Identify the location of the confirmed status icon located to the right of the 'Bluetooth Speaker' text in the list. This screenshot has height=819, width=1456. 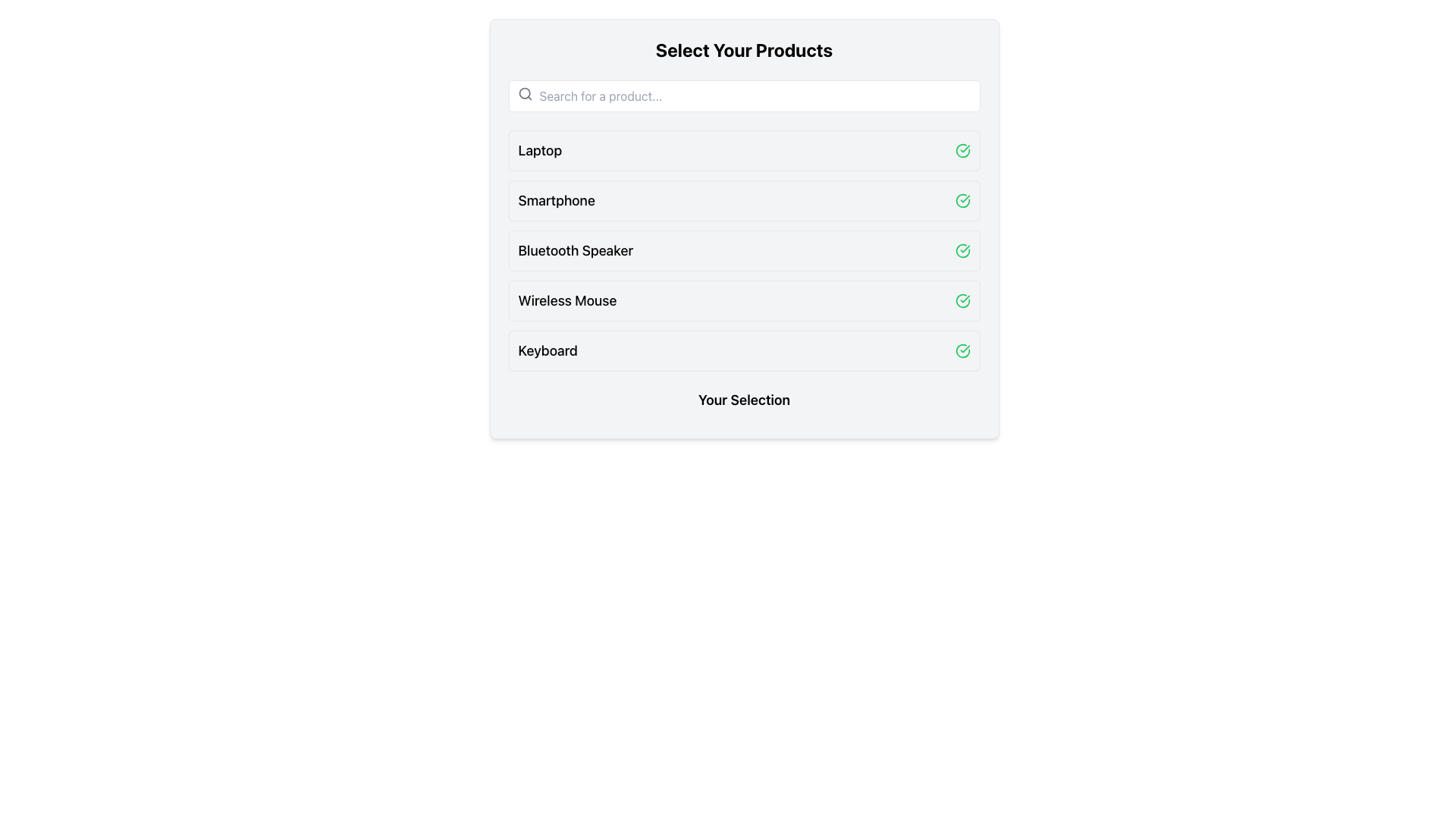
(962, 250).